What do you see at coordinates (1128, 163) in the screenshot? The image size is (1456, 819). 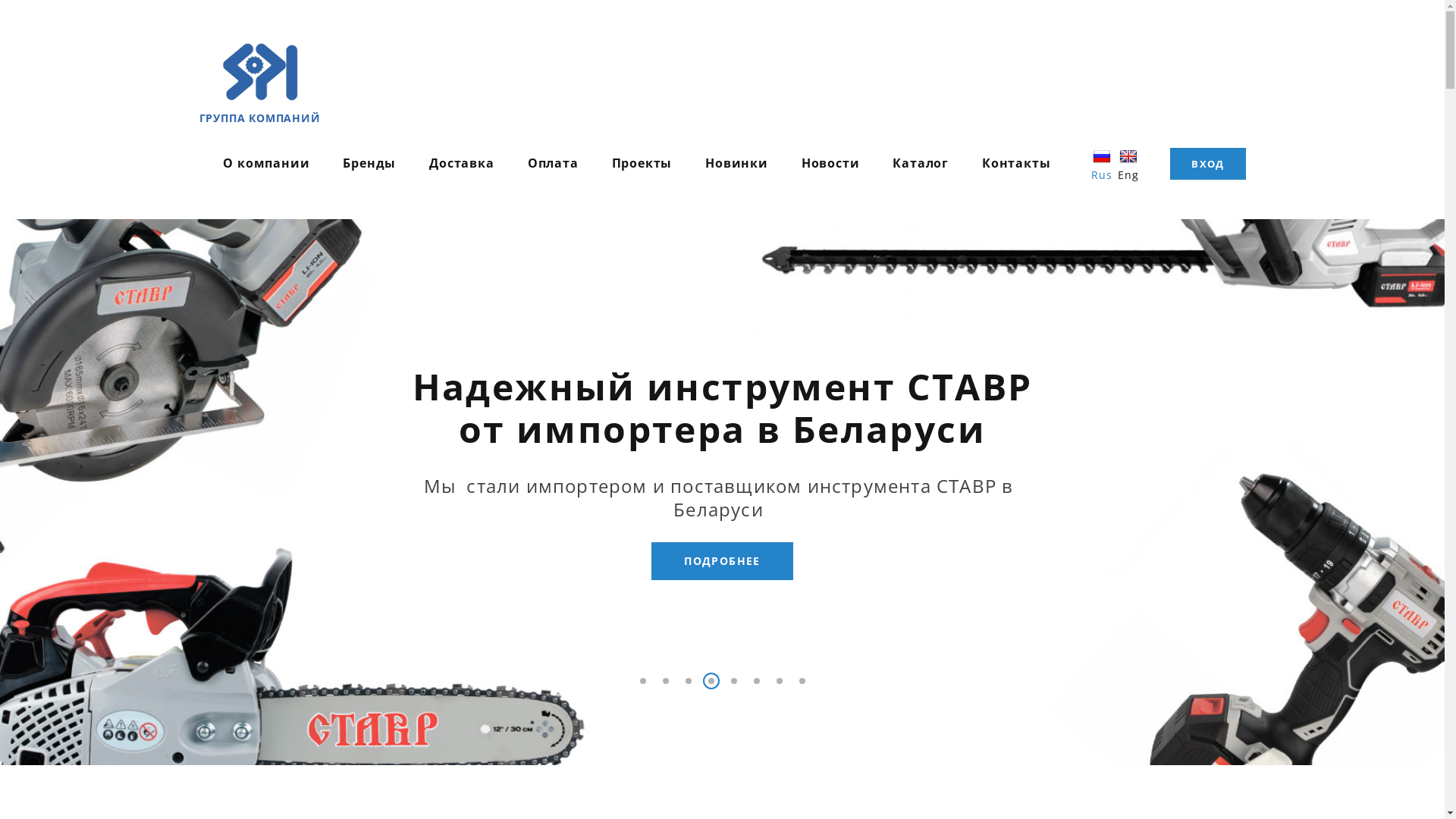 I see `'Eng'` at bounding box center [1128, 163].